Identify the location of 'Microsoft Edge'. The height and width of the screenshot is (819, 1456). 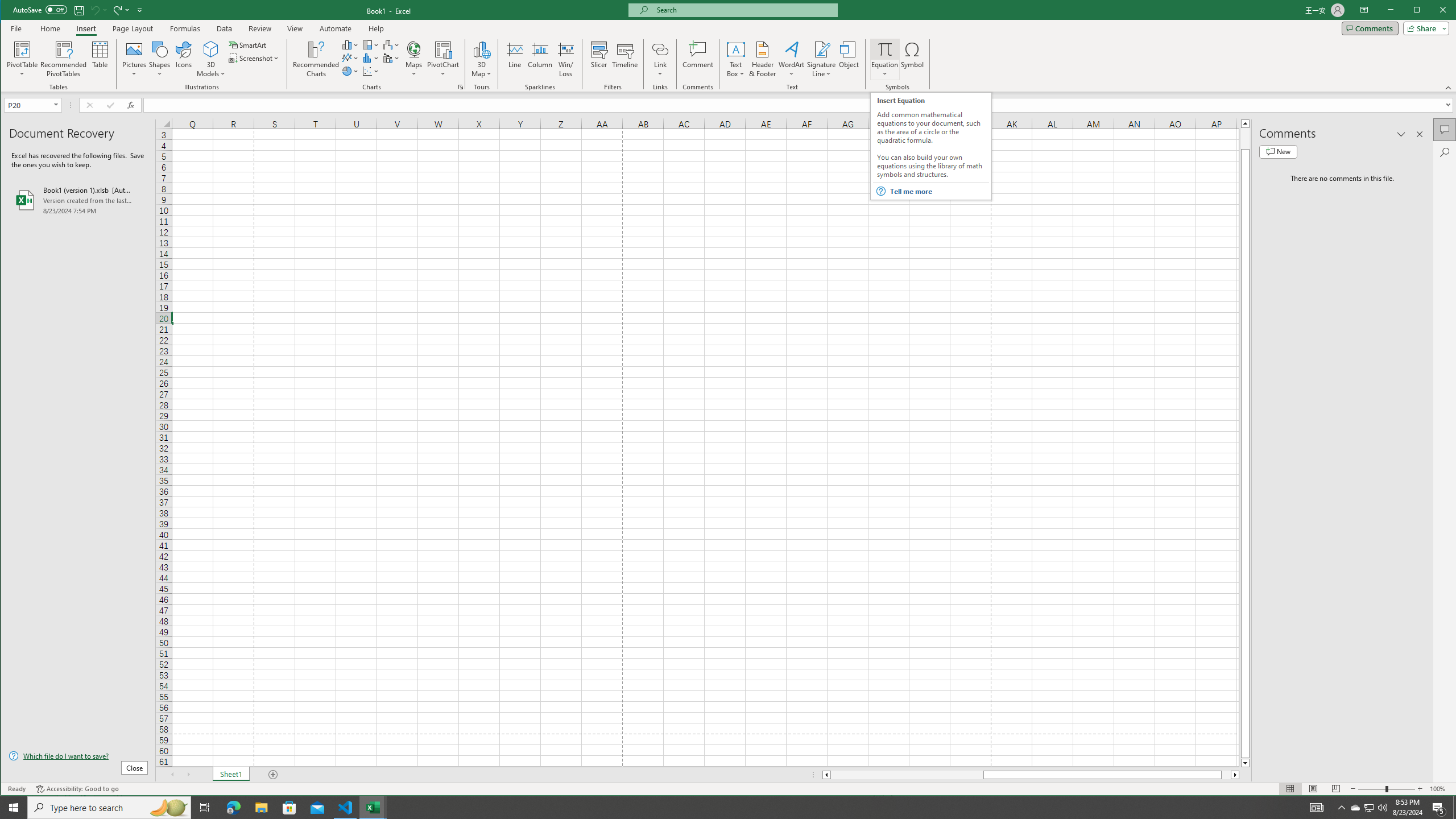
(233, 806).